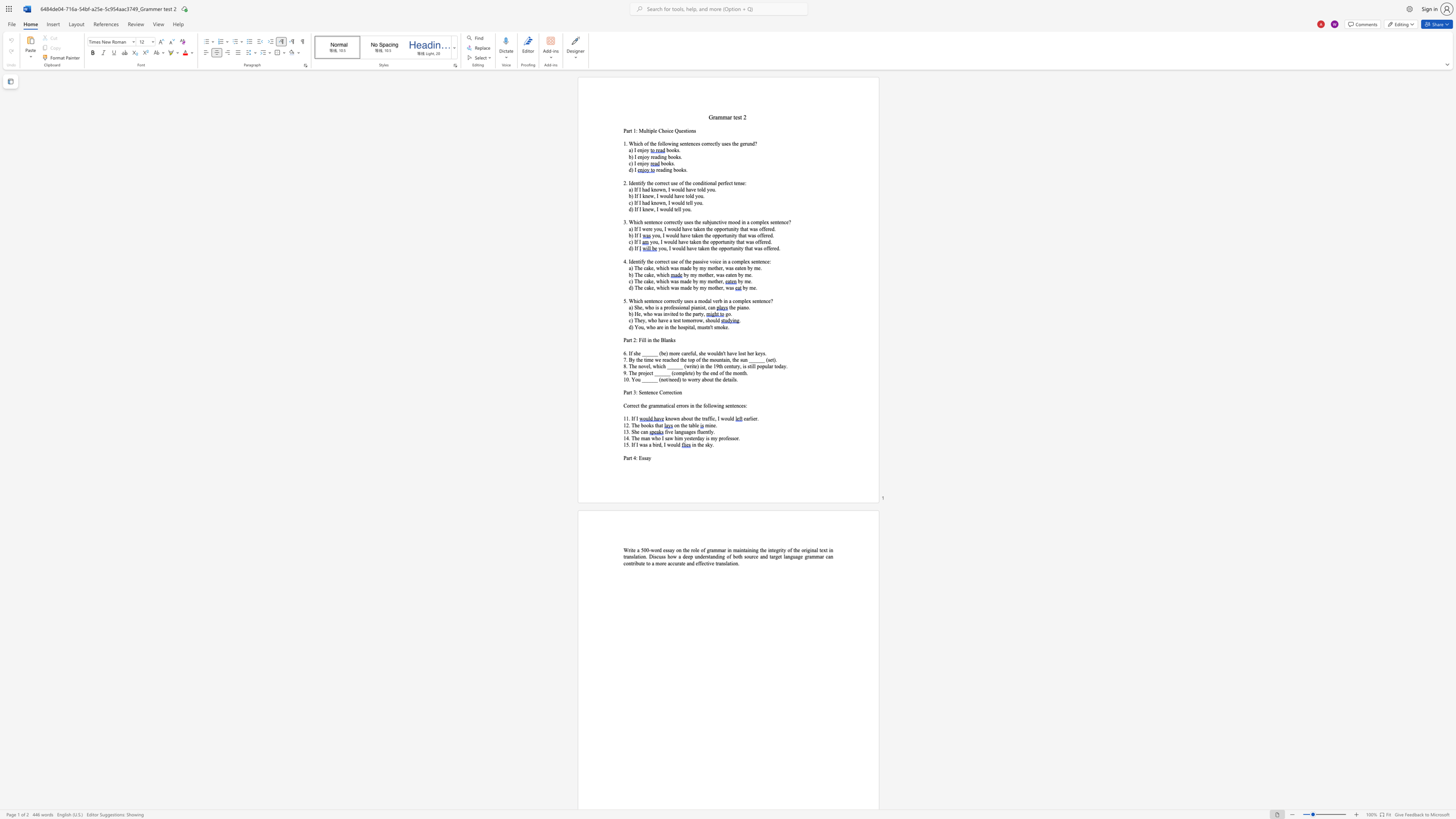 This screenshot has width=1456, height=819. What do you see at coordinates (739, 549) in the screenshot?
I see `the subset text "inta" within the text "maintaining"` at bounding box center [739, 549].